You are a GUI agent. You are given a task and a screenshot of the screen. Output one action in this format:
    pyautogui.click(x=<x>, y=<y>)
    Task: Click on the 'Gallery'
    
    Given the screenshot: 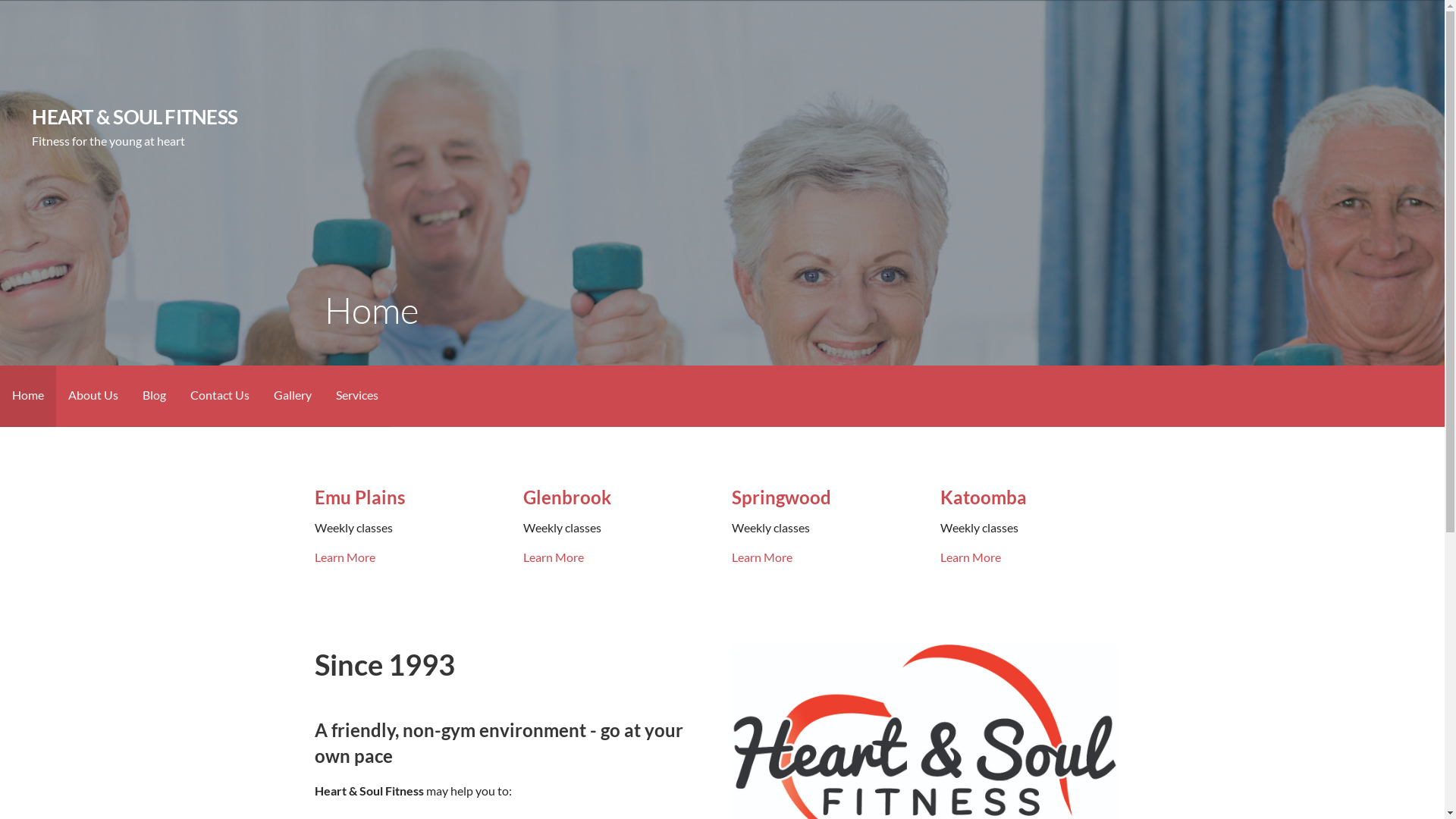 What is the action you would take?
    pyautogui.click(x=292, y=395)
    